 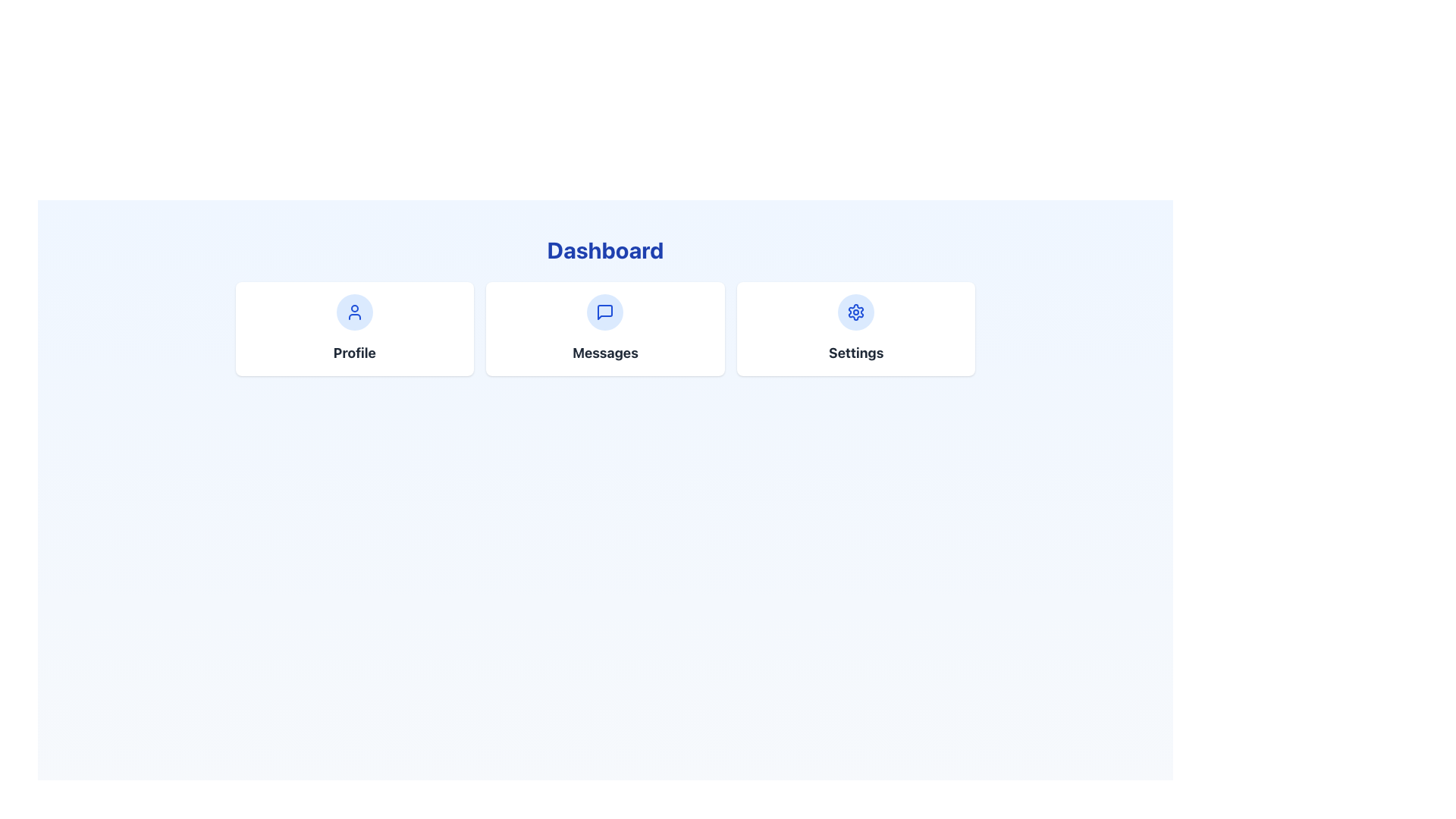 I want to click on the 'Messages' icon, which is positioned at the top center of the central card among three horizontally aligned groups, so click(x=604, y=312).